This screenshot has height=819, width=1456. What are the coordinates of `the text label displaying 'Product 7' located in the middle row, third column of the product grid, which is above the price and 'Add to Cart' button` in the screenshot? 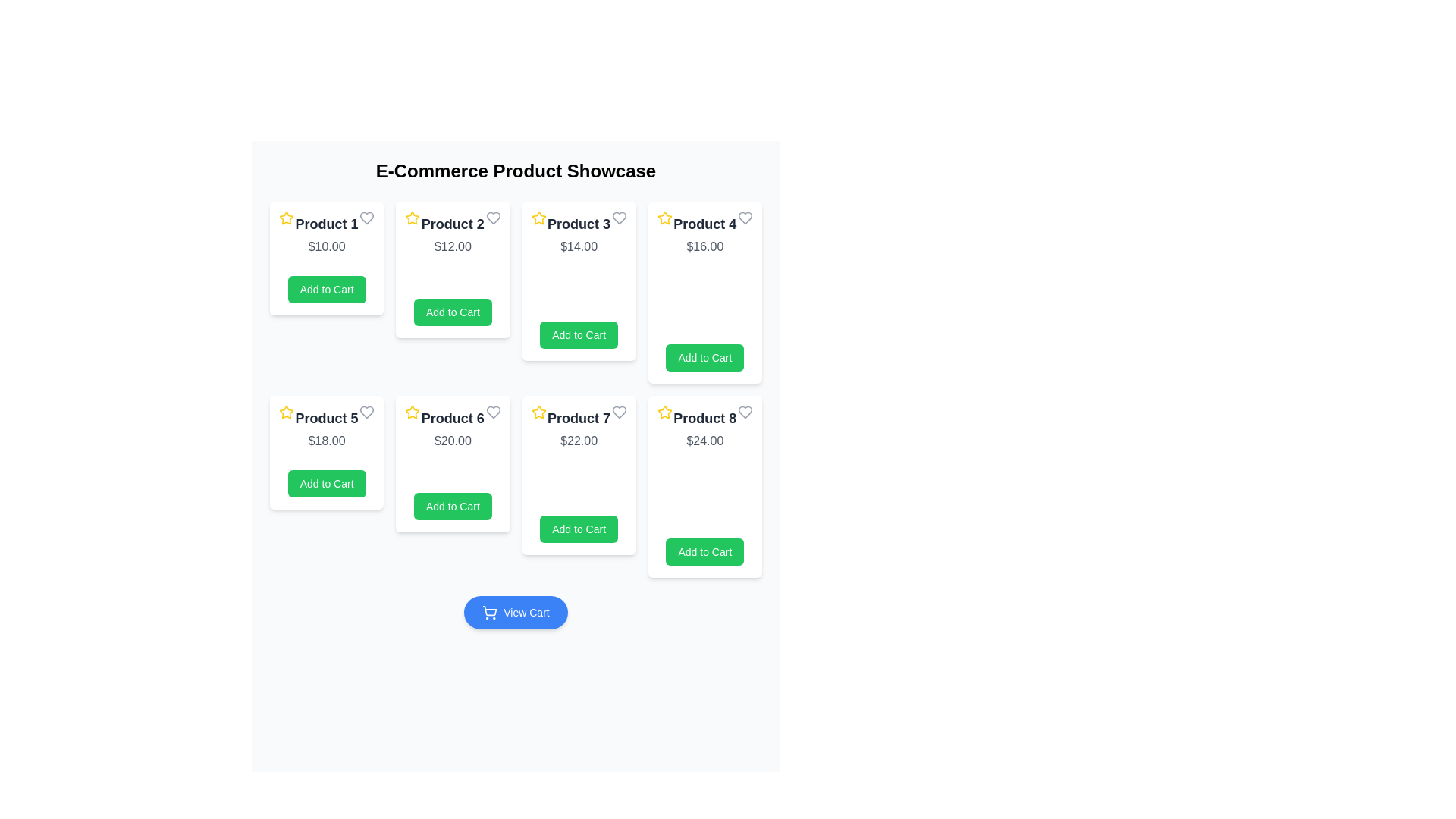 It's located at (578, 418).